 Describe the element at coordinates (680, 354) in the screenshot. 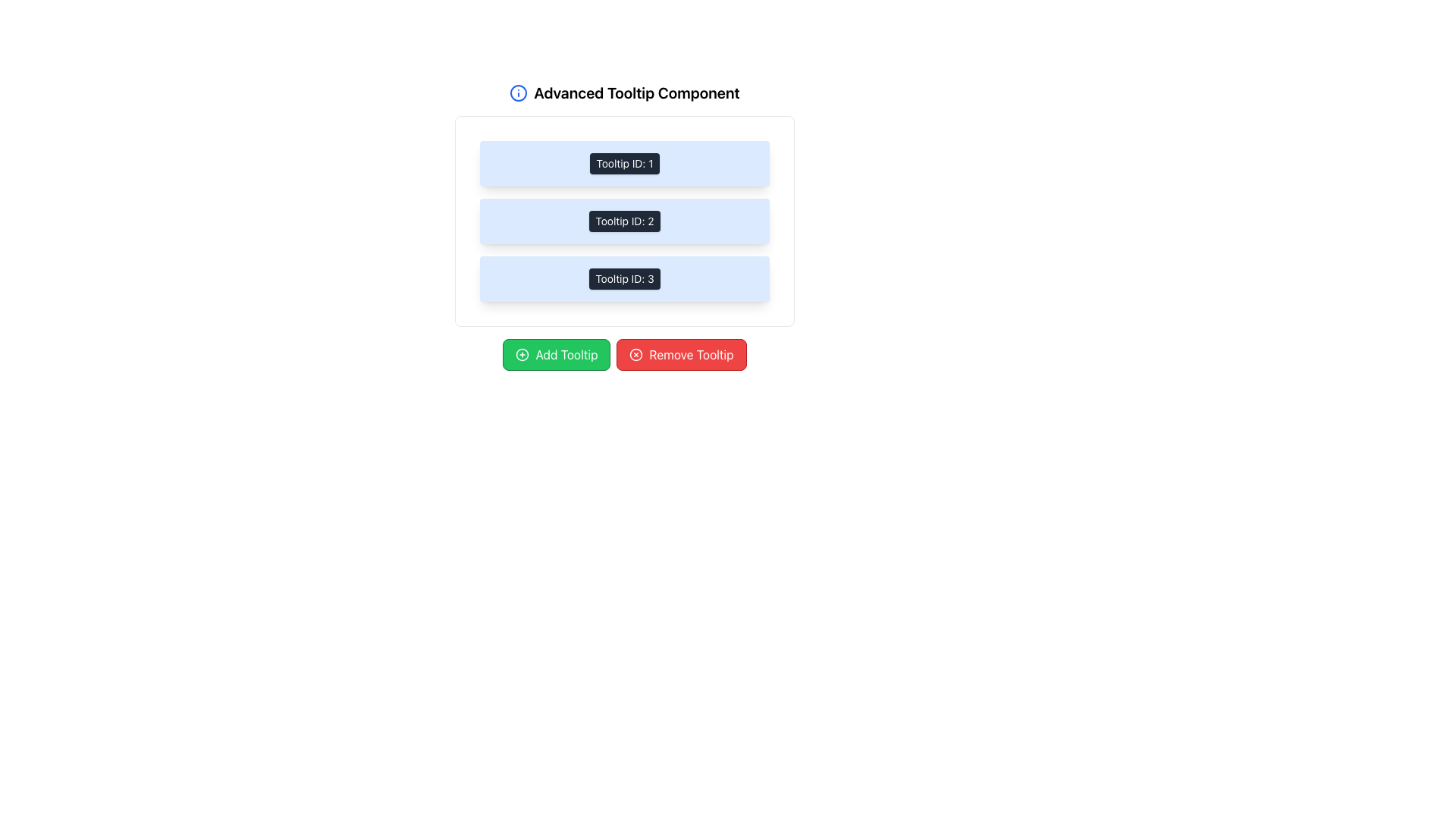

I see `the rectangular red button labeled 'Remove Tooltip' to observe its hover effects` at that location.